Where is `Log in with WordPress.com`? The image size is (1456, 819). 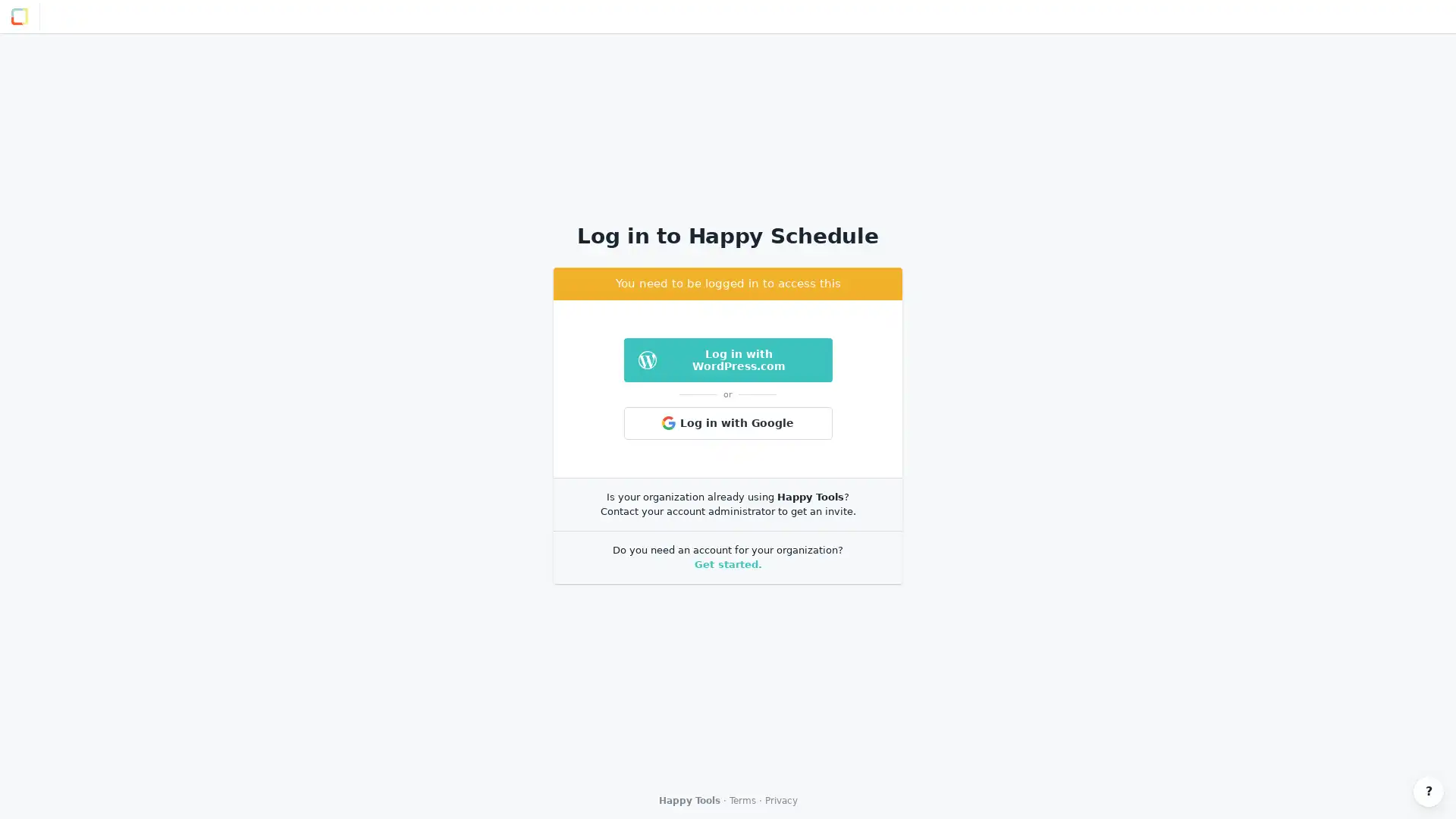
Log in with WordPress.com is located at coordinates (726, 359).